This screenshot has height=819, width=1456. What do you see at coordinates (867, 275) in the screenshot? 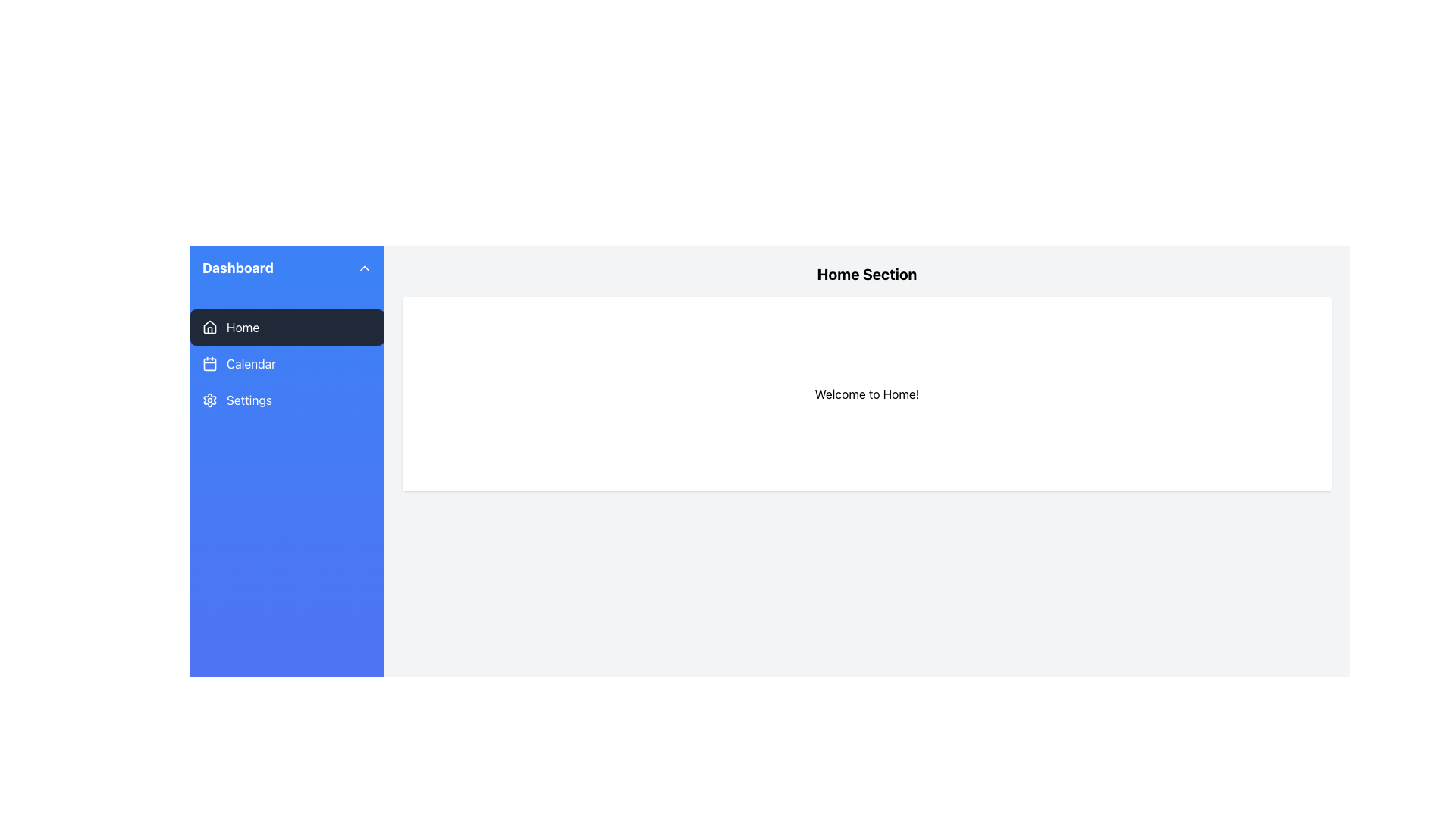
I see `the bold 'Home Section' text label` at bounding box center [867, 275].